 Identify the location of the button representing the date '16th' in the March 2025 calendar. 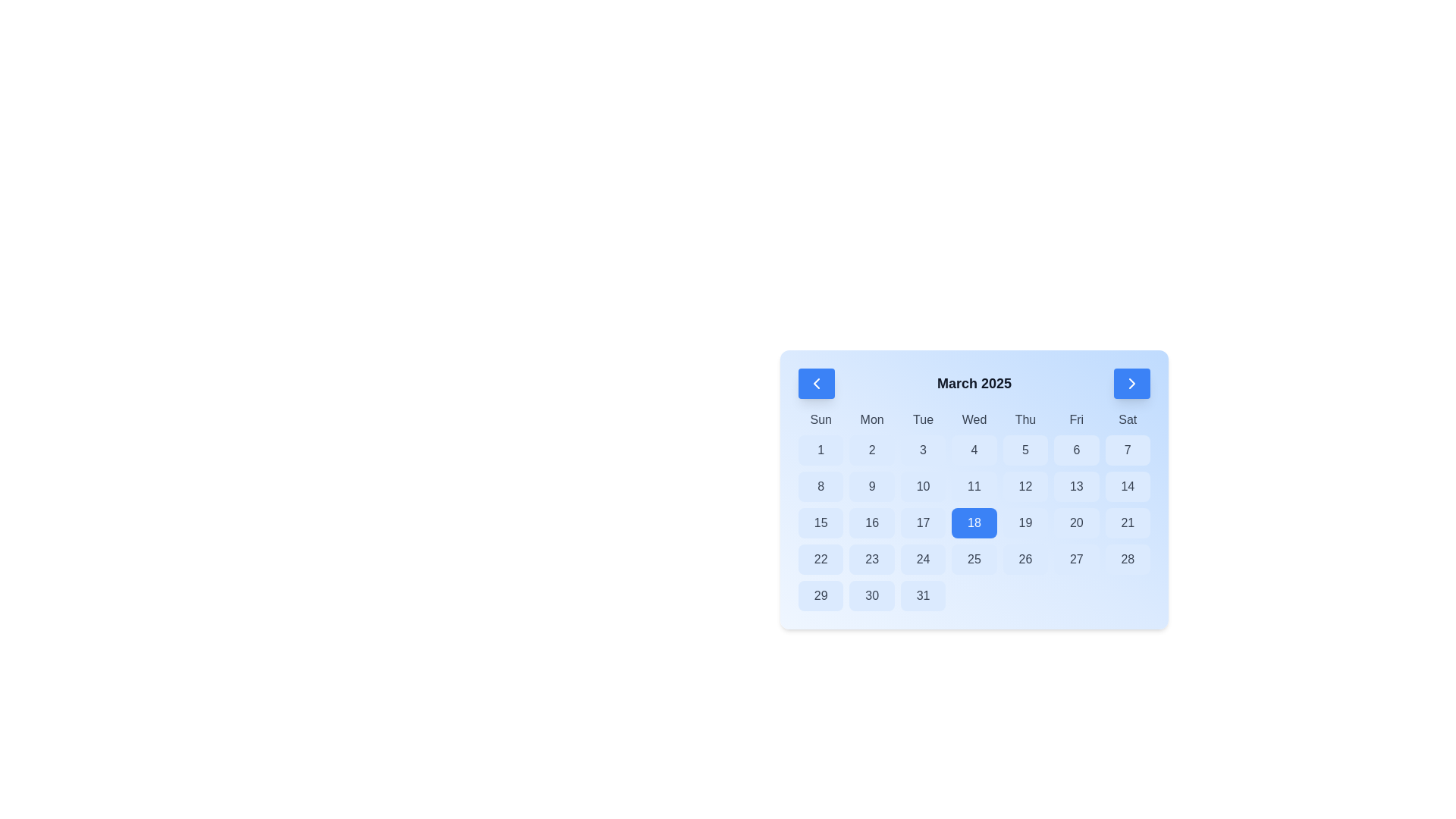
(872, 522).